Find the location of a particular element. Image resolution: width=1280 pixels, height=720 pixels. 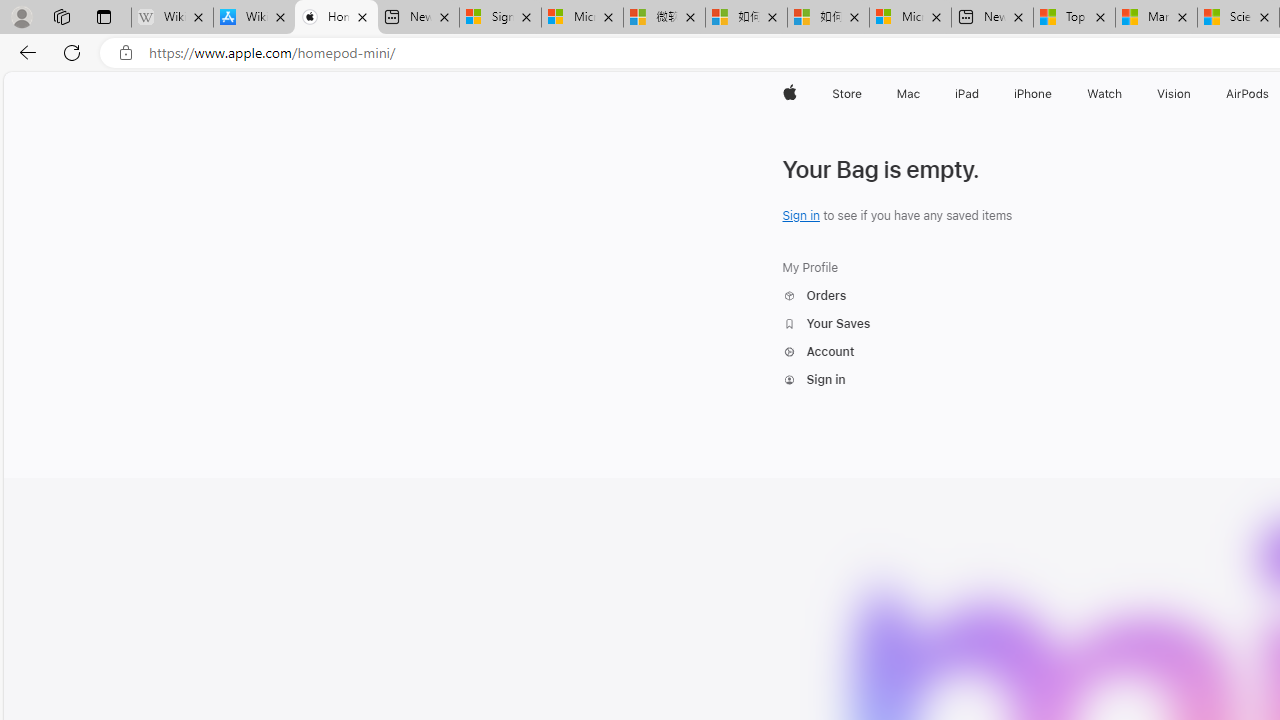

'AutomationID: Outlined' is located at coordinates (788, 380).